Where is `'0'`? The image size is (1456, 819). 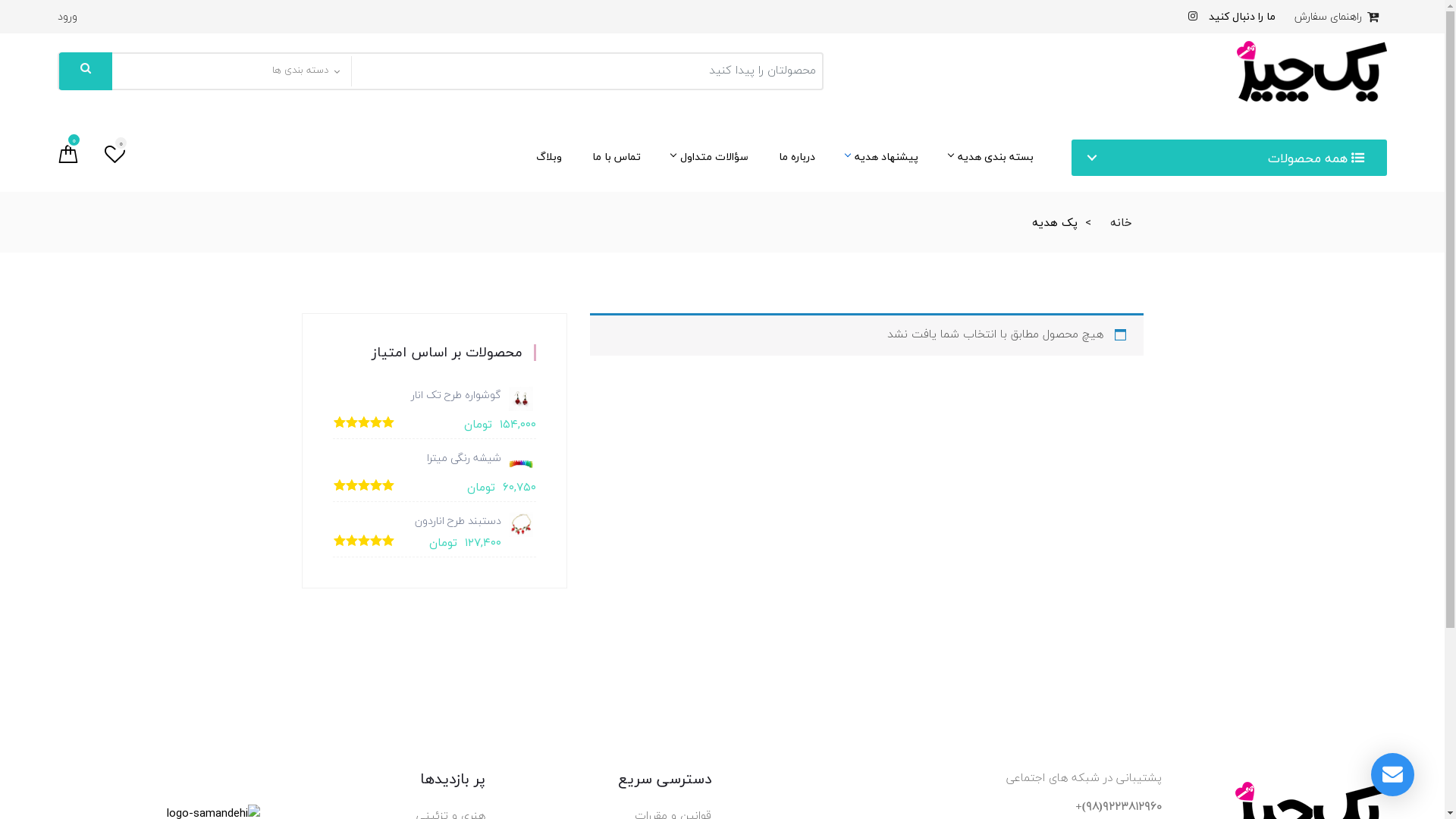
'0' is located at coordinates (67, 156).